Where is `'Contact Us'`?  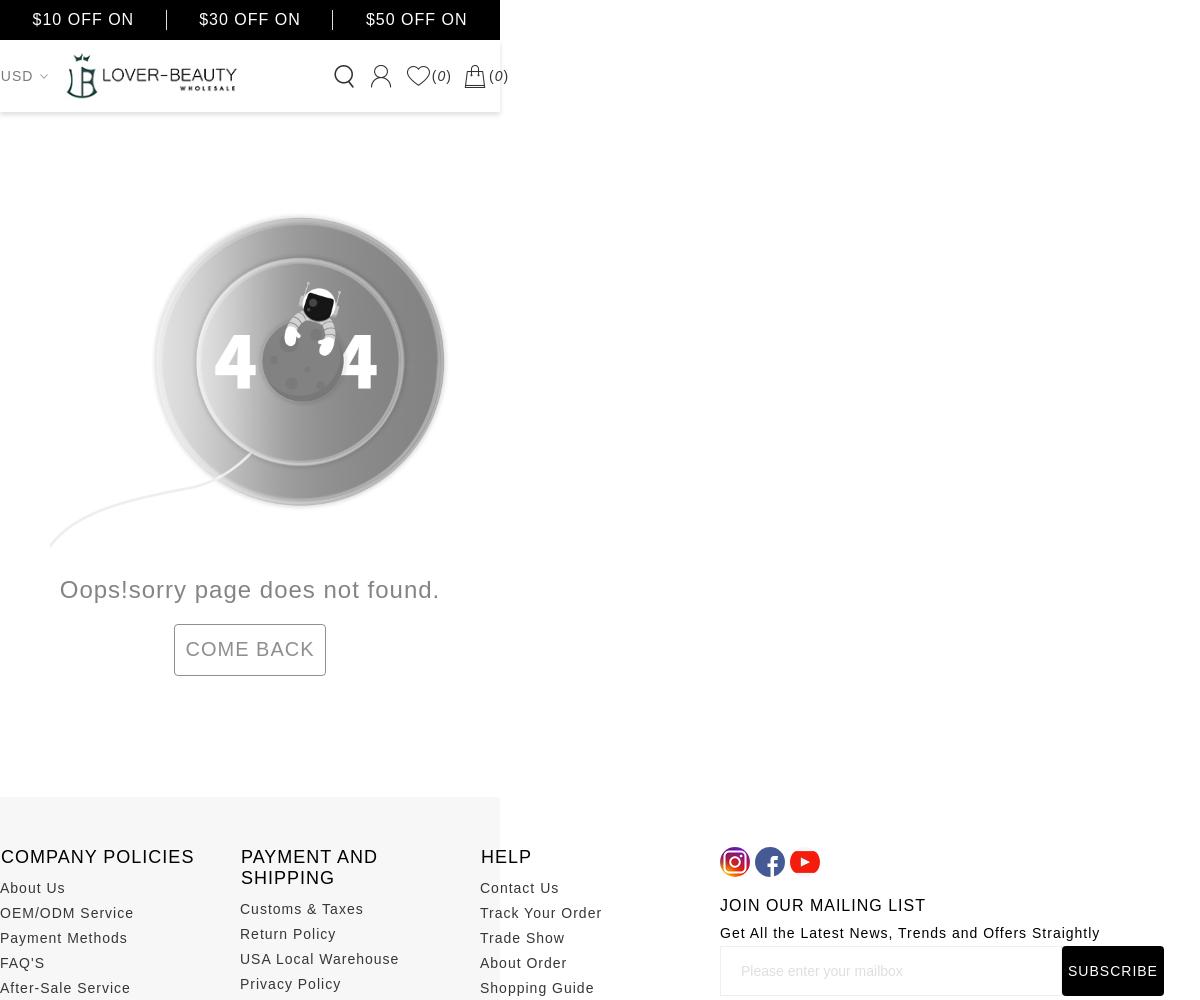 'Contact Us' is located at coordinates (479, 887).